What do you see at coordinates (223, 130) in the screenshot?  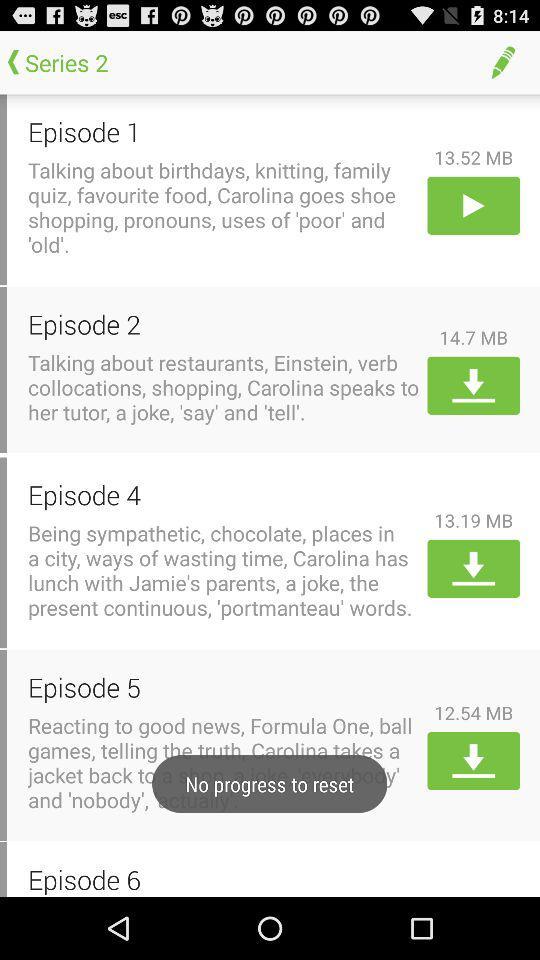 I see `item to the left of the 13.52 mb item` at bounding box center [223, 130].